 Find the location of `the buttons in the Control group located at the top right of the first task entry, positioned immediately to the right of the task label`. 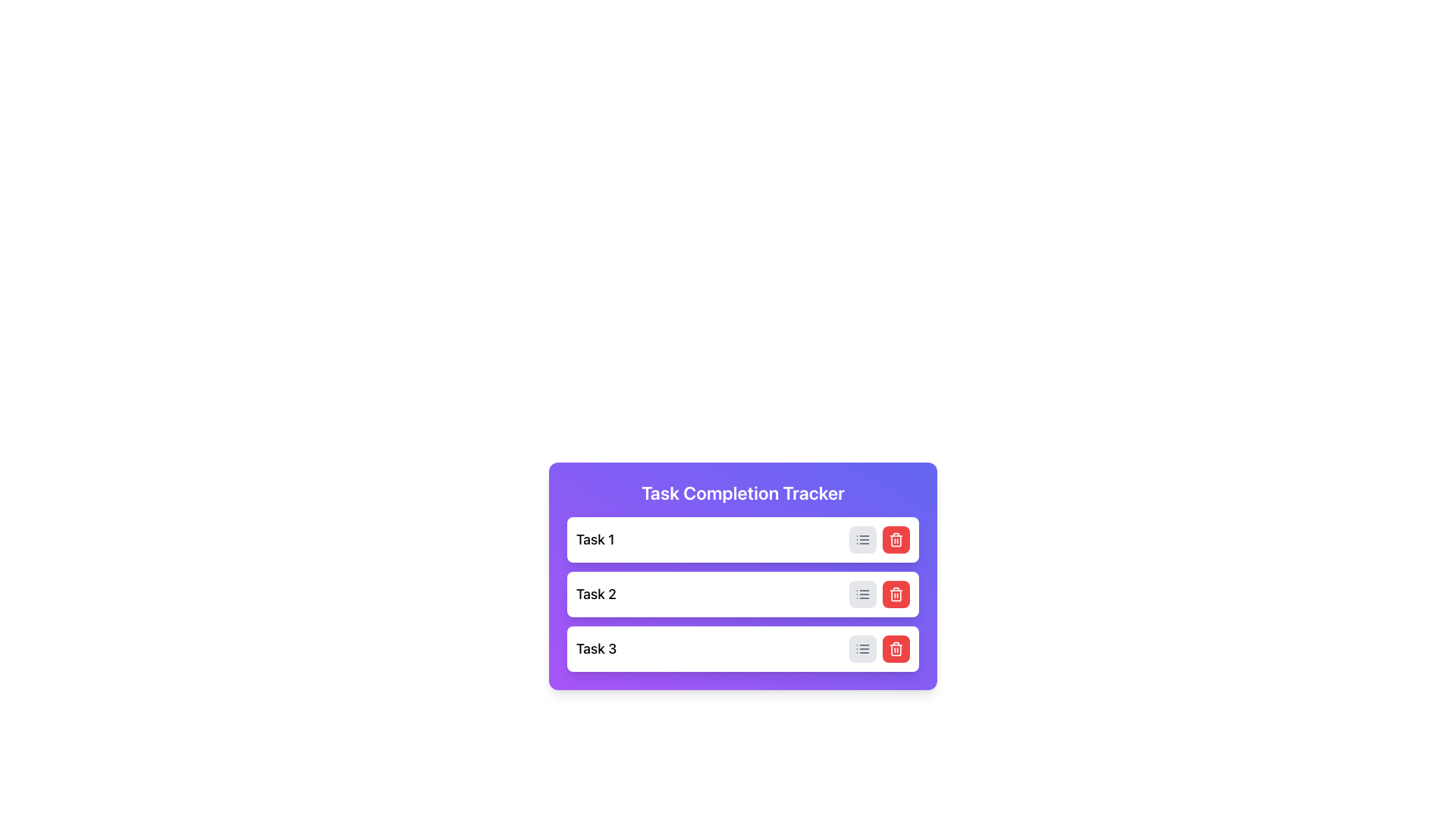

the buttons in the Control group located at the top right of the first task entry, positioned immediately to the right of the task label is located at coordinates (880, 539).